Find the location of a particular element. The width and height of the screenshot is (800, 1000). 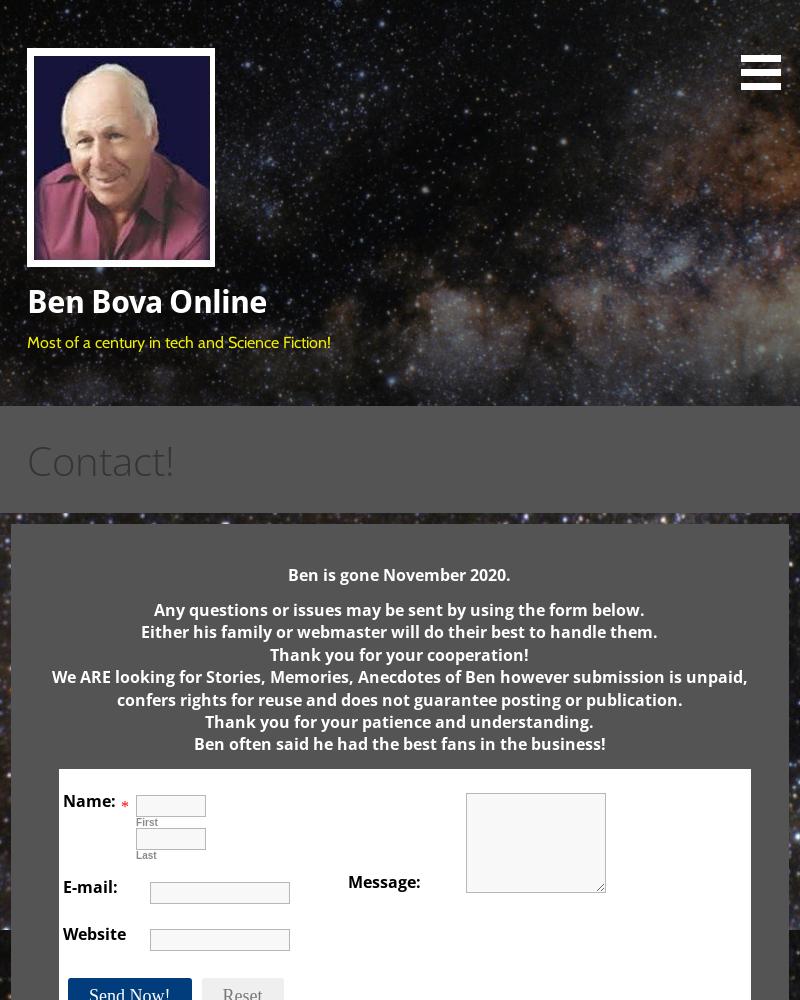

'Any questions or issues may be sent by using the form below.' is located at coordinates (398, 609).